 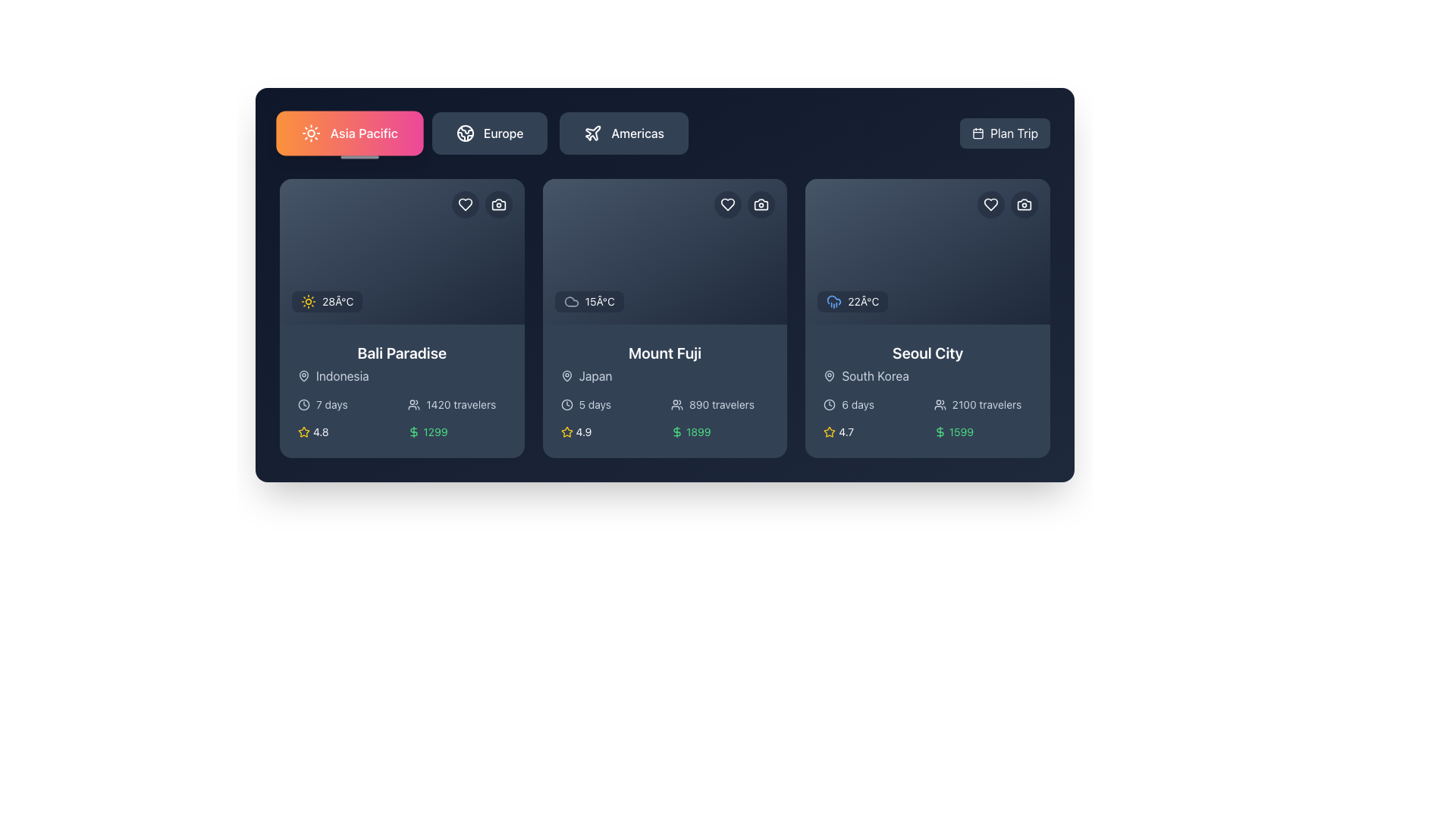 I want to click on the 'Mount Fuji' text header displayed in a bold white font against a darker blue background, located in the center card of the Asia Pacific section, so click(x=665, y=353).